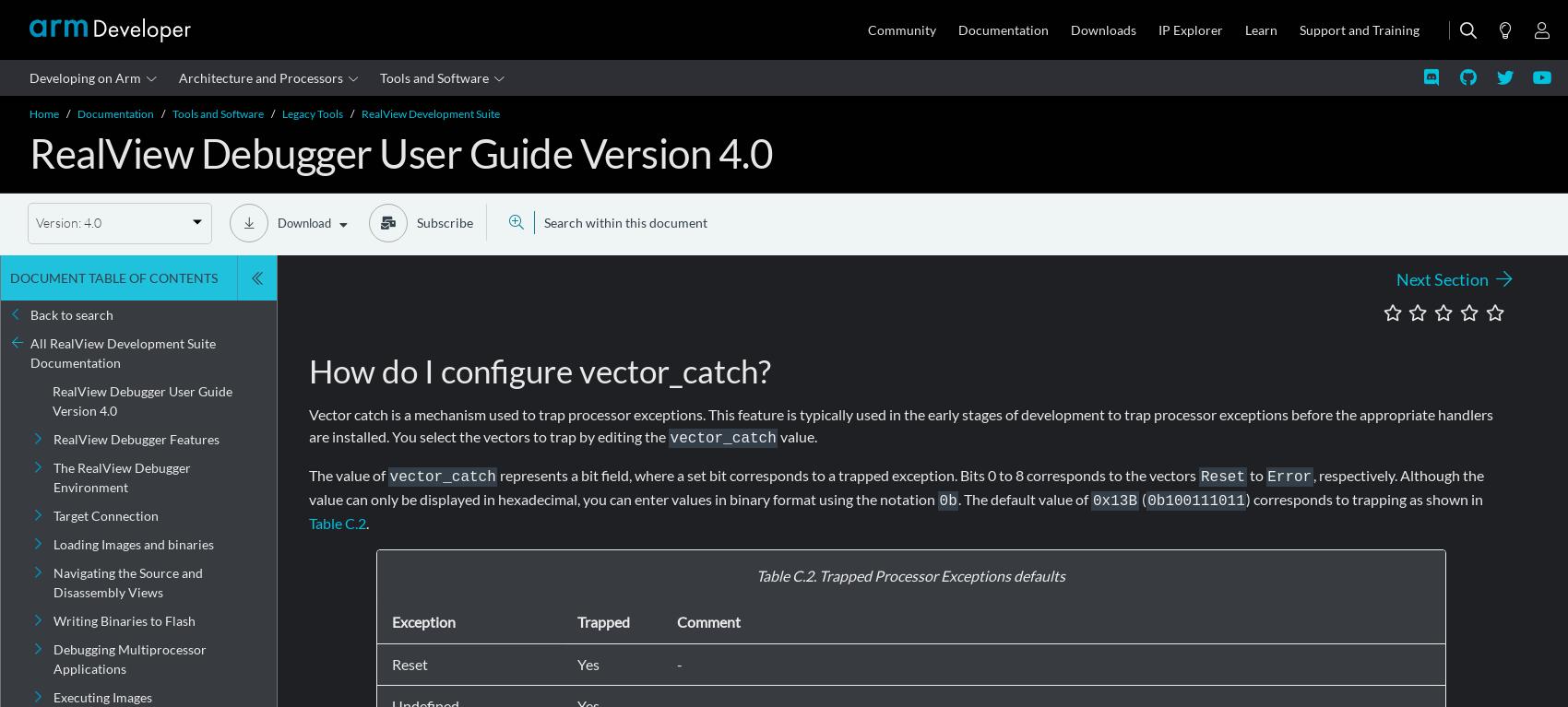 Image resolution: width=1568 pixels, height=707 pixels. Describe the element at coordinates (755, 574) in the screenshot. I see `'Table C.2. Trapped Processor Exceptions defaults'` at that location.